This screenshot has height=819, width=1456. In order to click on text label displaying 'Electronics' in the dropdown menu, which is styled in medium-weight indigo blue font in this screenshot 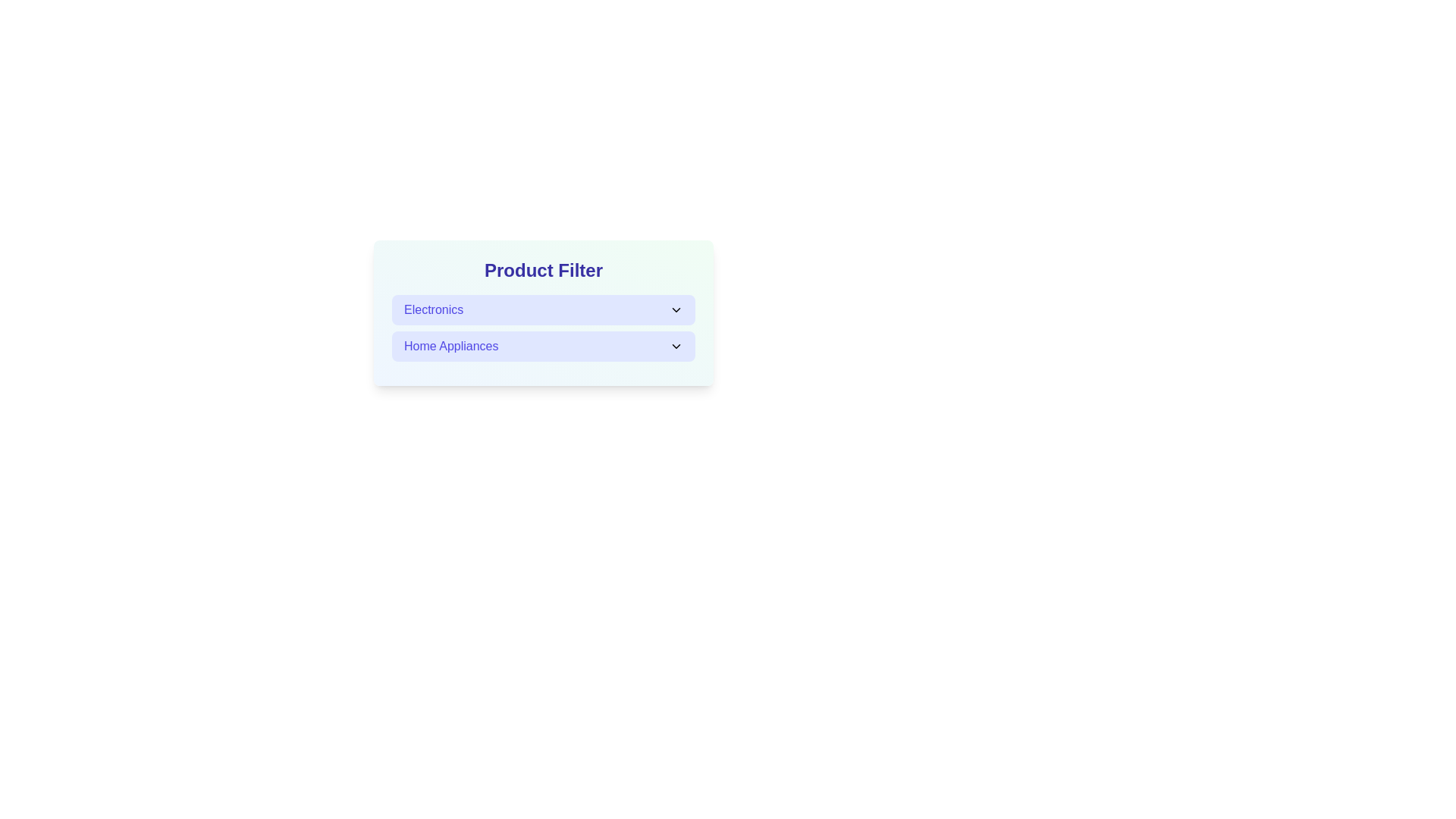, I will do `click(433, 309)`.